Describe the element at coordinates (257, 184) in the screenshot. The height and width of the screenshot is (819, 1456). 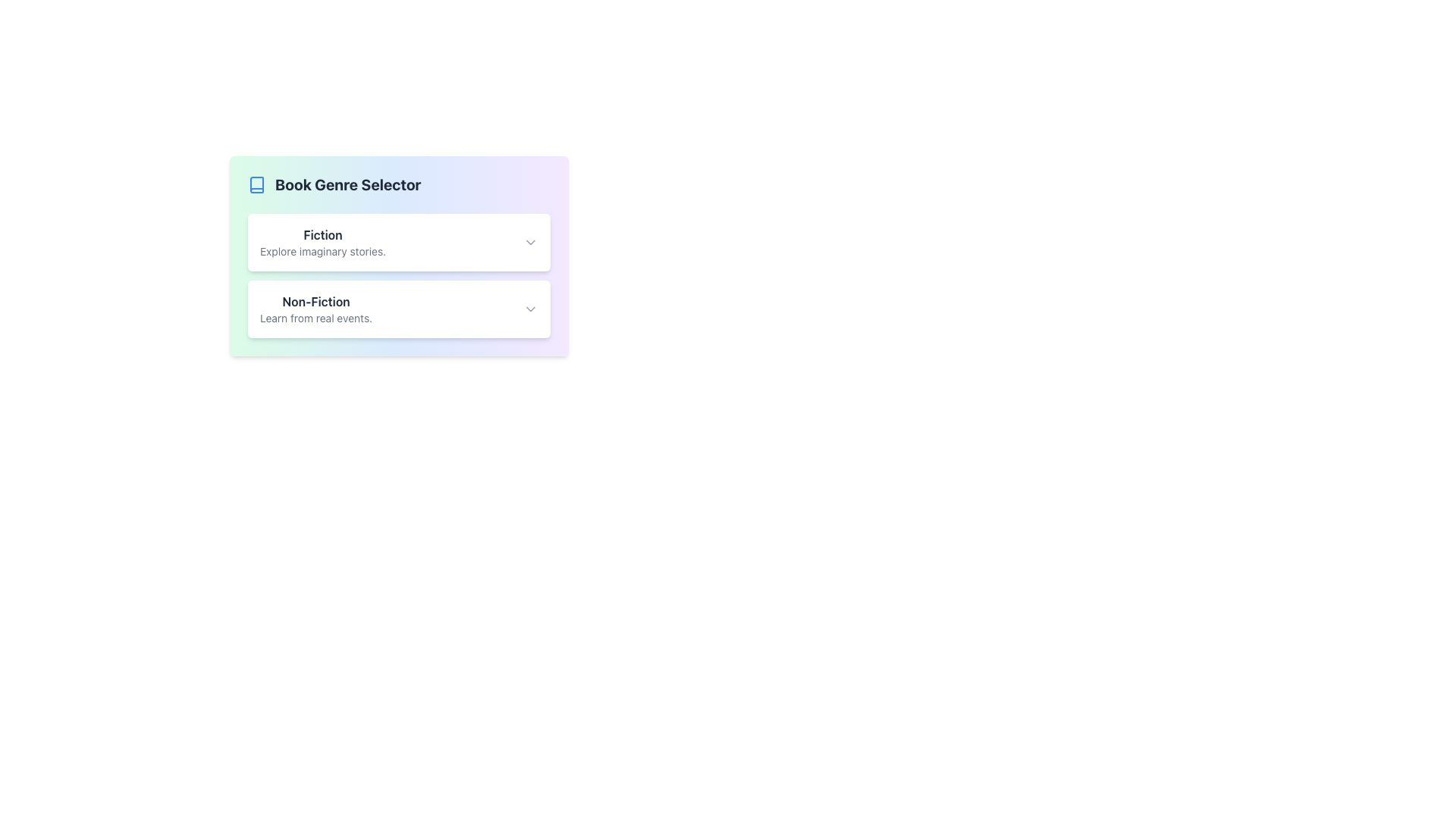
I see `the blue outlined book icon representing the 'Book Genre Selector', which is the first component in the group located at the top-left corner of the section` at that location.